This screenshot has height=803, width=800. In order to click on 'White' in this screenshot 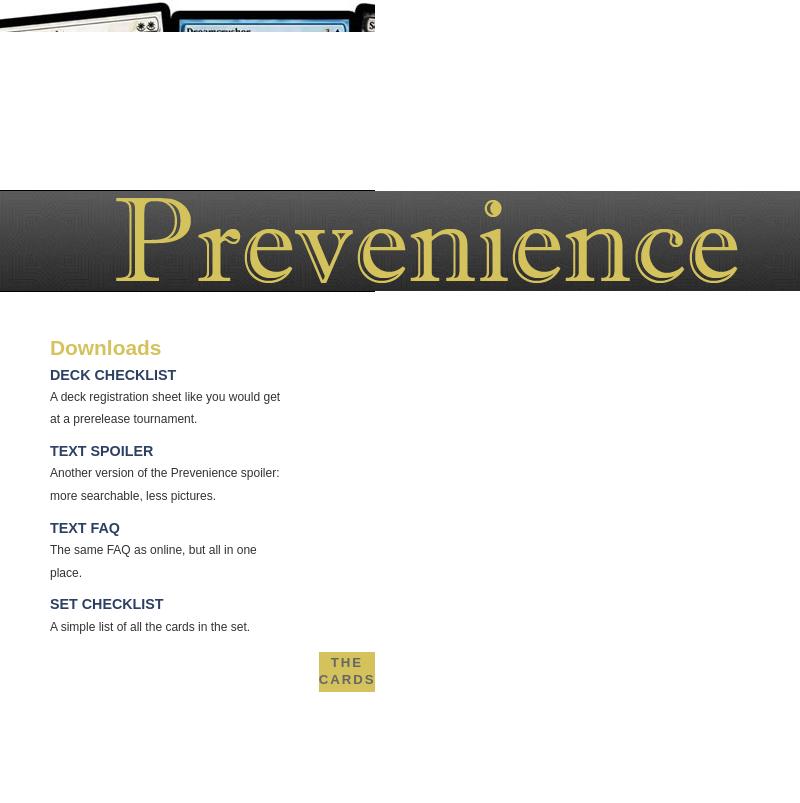, I will do `click(358, 705)`.